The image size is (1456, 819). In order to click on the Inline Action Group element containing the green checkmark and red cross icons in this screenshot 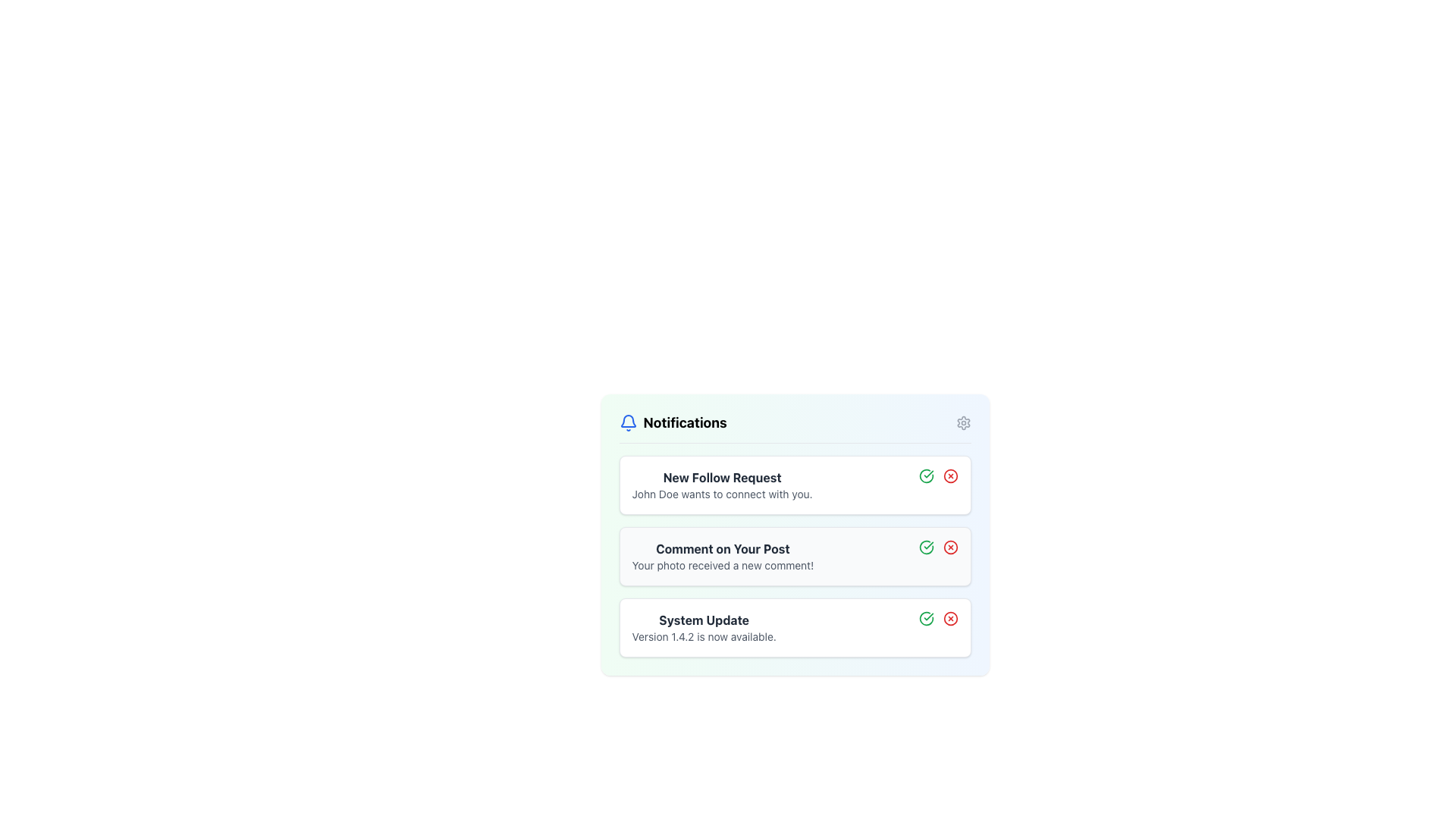, I will do `click(937, 475)`.